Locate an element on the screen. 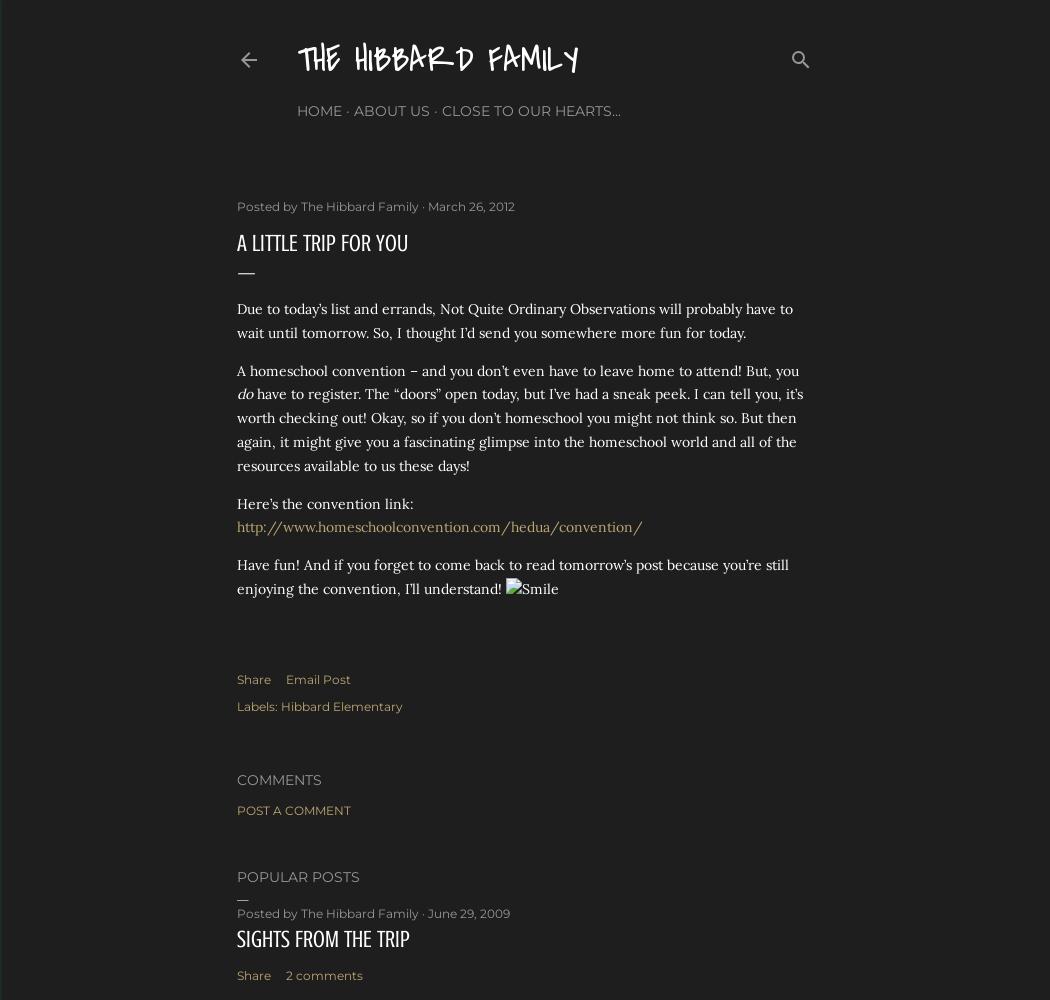 This screenshot has height=1000, width=1050. 'Hibbard Elementary' is located at coordinates (340, 705).